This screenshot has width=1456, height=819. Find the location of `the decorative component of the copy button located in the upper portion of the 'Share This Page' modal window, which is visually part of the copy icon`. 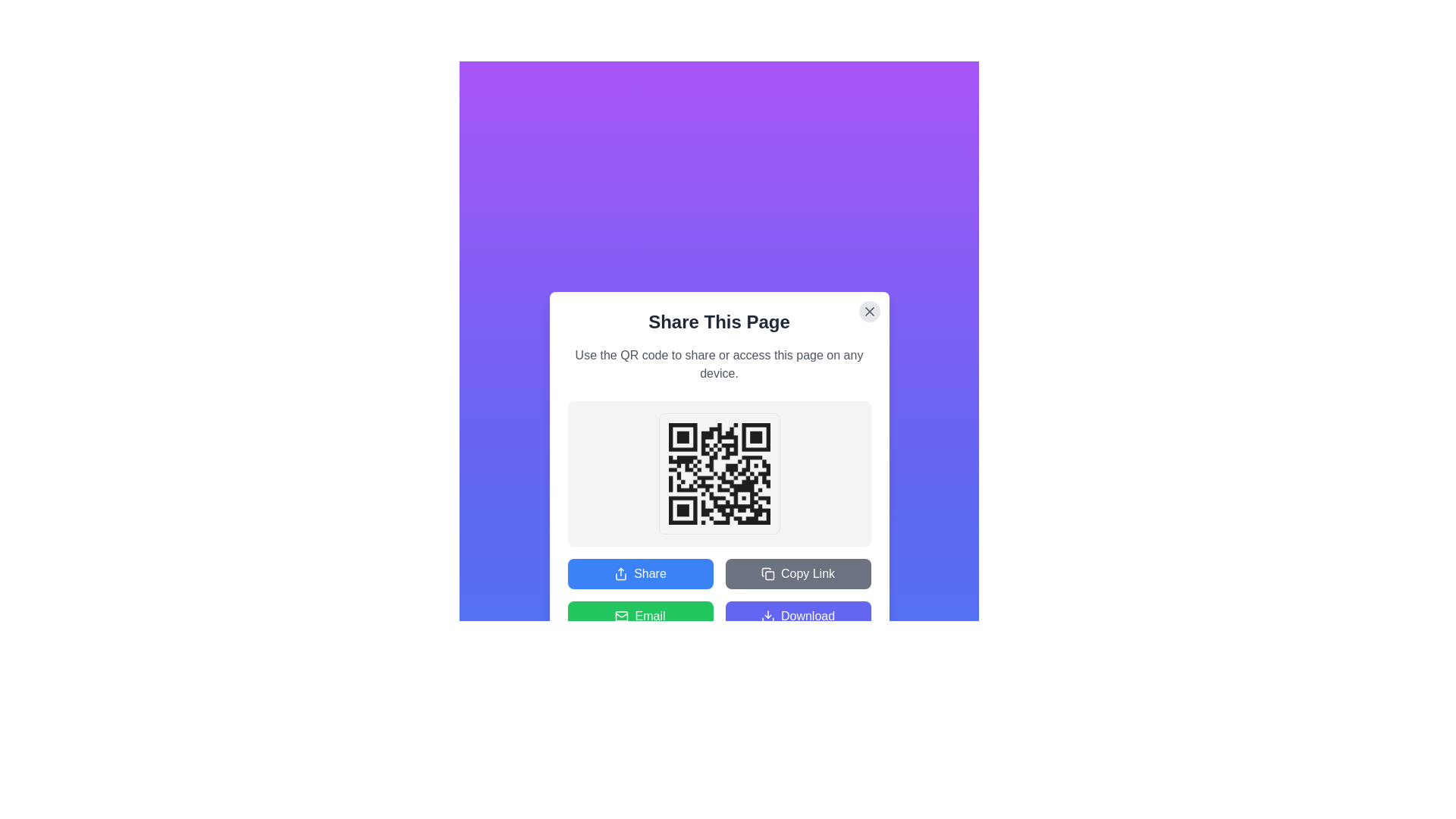

the decorative component of the copy button located in the upper portion of the 'Share This Page' modal window, which is visually part of the copy icon is located at coordinates (770, 576).